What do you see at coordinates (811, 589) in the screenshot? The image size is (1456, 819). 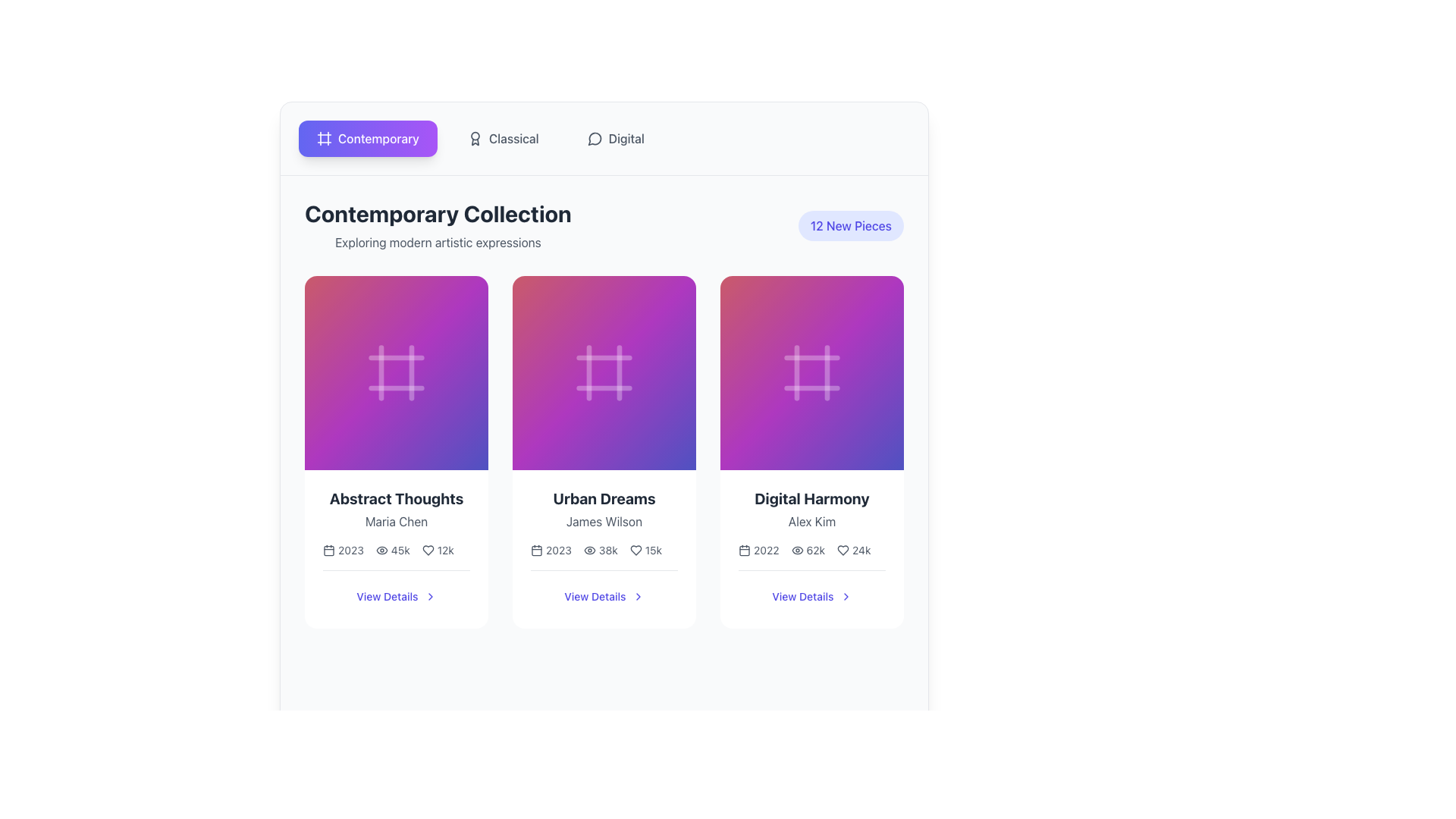 I see `the interactive button located at the bottom center of the 'Digital Harmony' card` at bounding box center [811, 589].